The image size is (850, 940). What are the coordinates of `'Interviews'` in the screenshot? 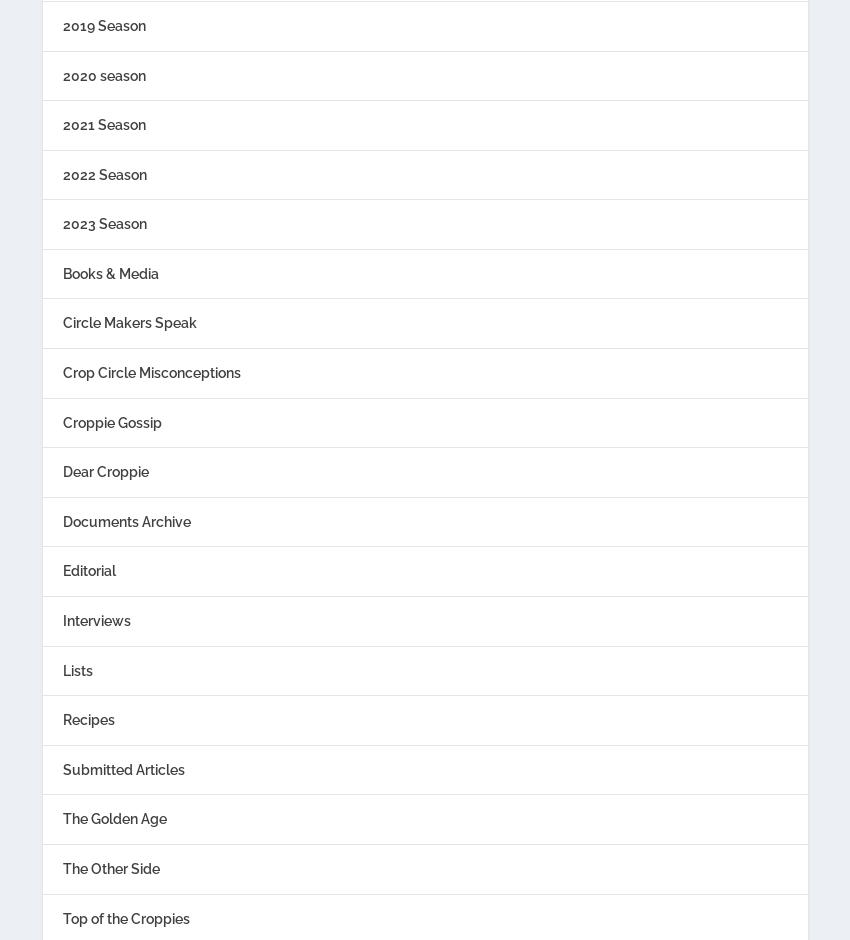 It's located at (94, 619).